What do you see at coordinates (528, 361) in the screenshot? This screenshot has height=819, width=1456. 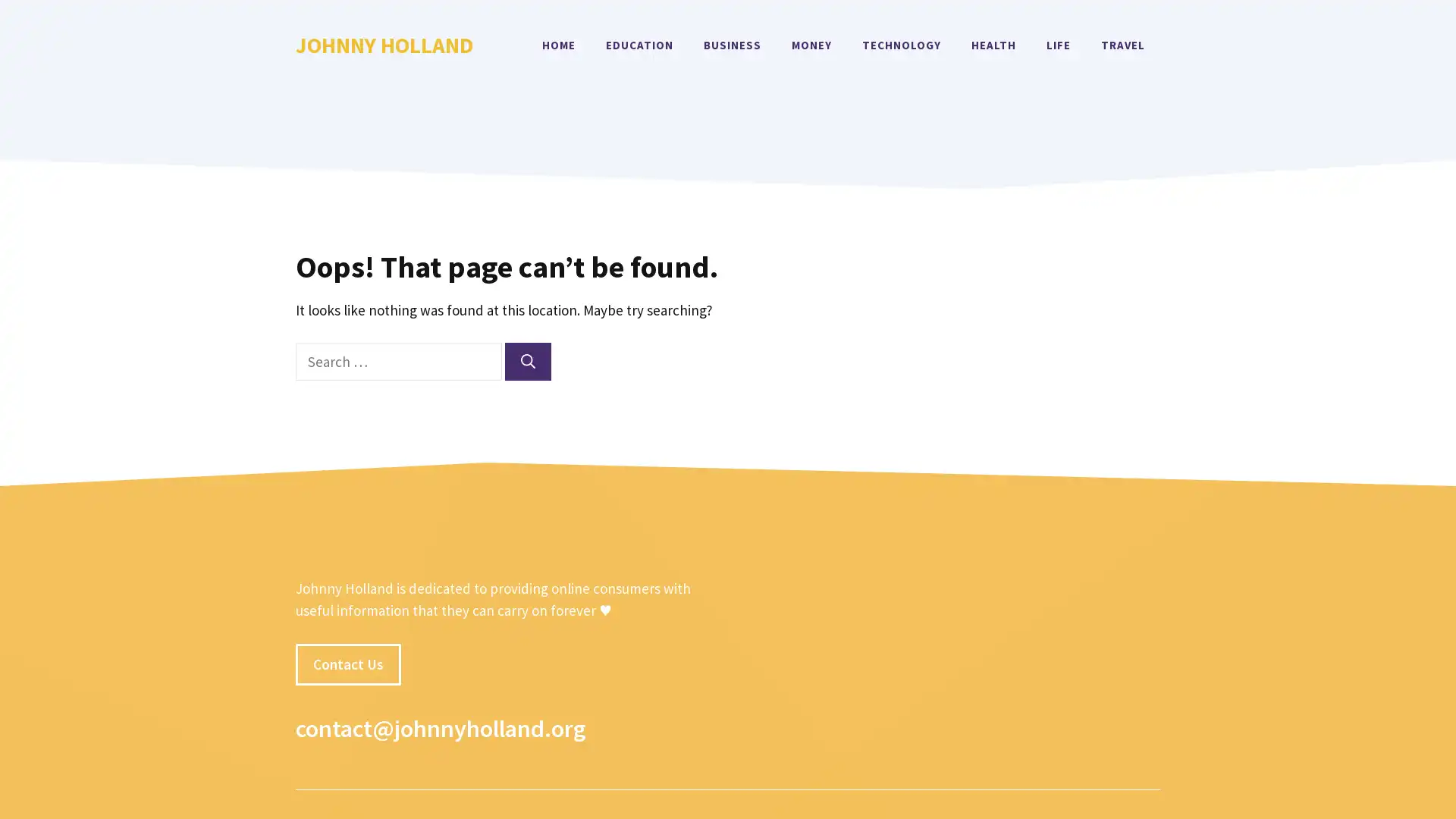 I see `Search` at bounding box center [528, 361].